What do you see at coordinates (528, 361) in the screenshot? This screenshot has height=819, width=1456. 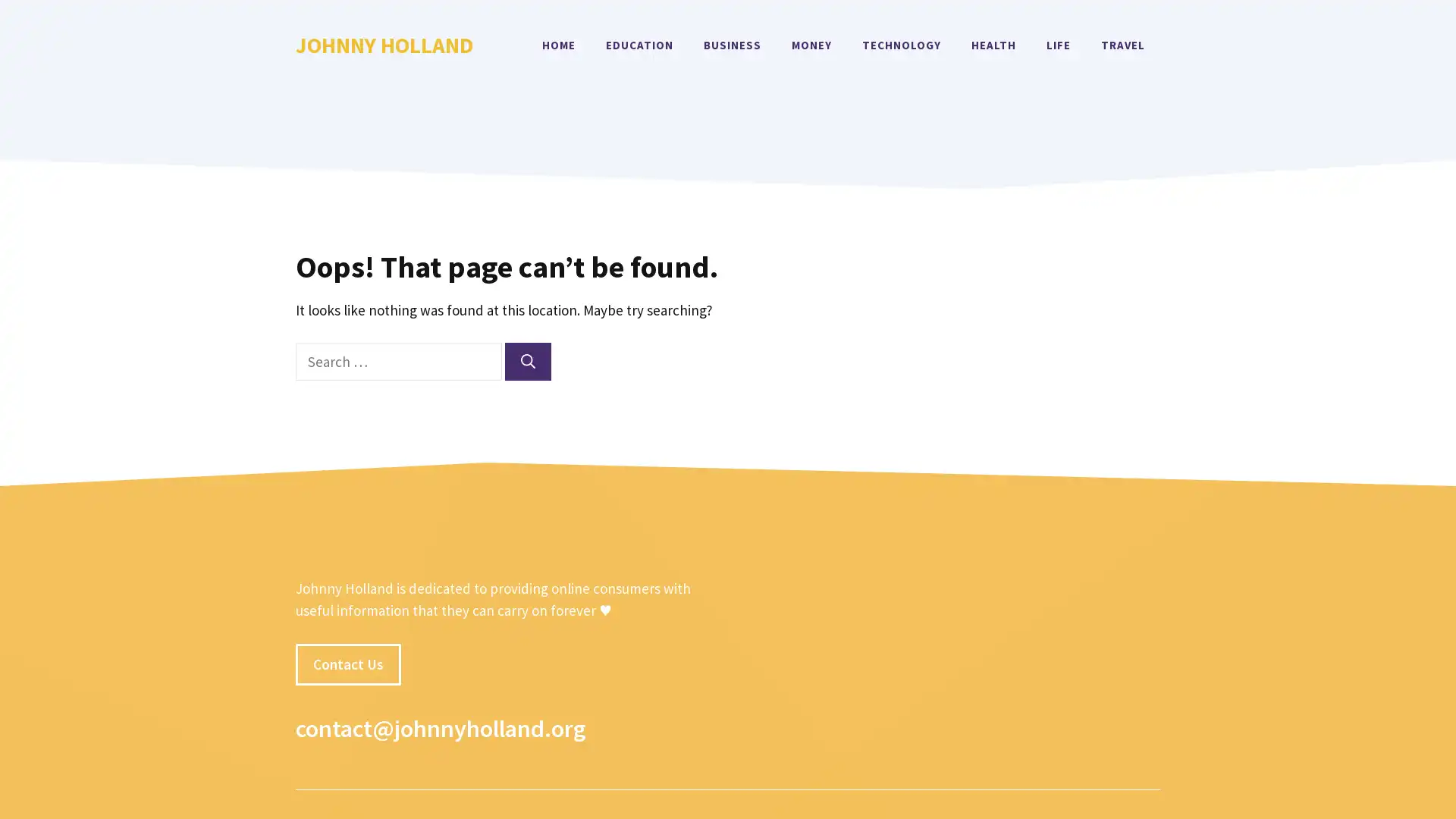 I see `Search` at bounding box center [528, 361].